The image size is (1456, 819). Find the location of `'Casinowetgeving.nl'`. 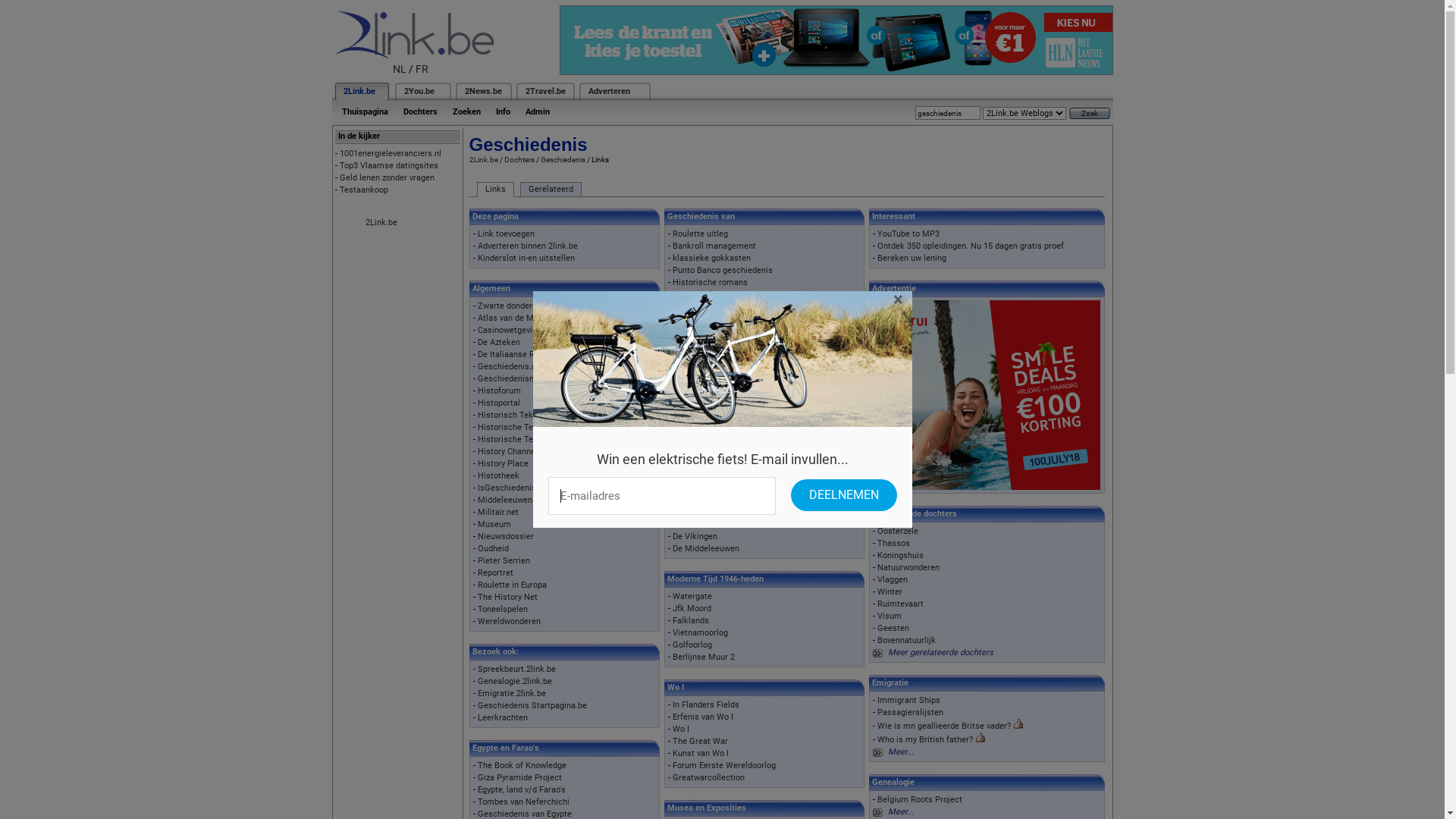

'Casinowetgeving.nl' is located at coordinates (513, 329).